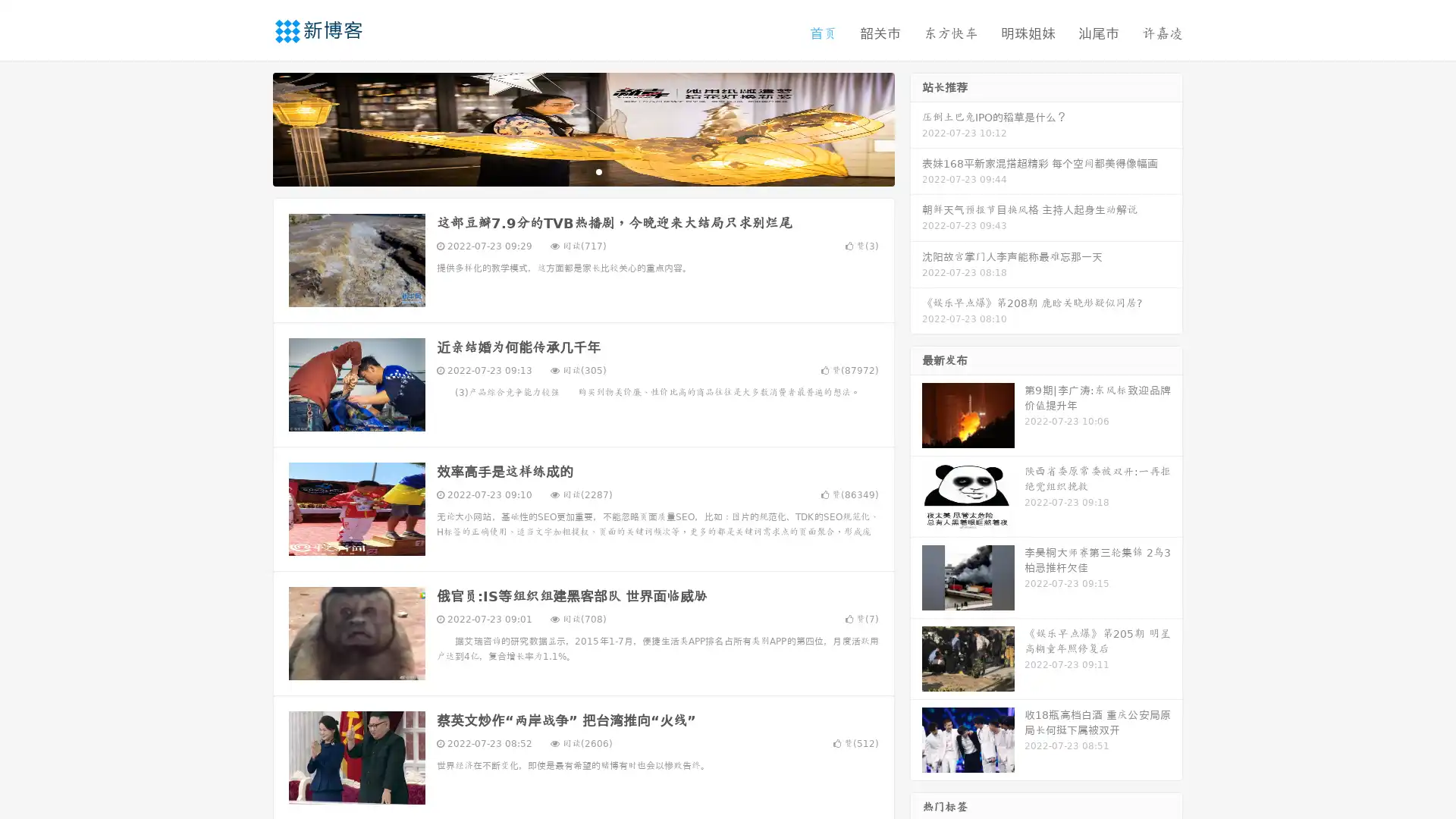 Image resolution: width=1456 pixels, height=819 pixels. What do you see at coordinates (250, 127) in the screenshot?
I see `Previous slide` at bounding box center [250, 127].